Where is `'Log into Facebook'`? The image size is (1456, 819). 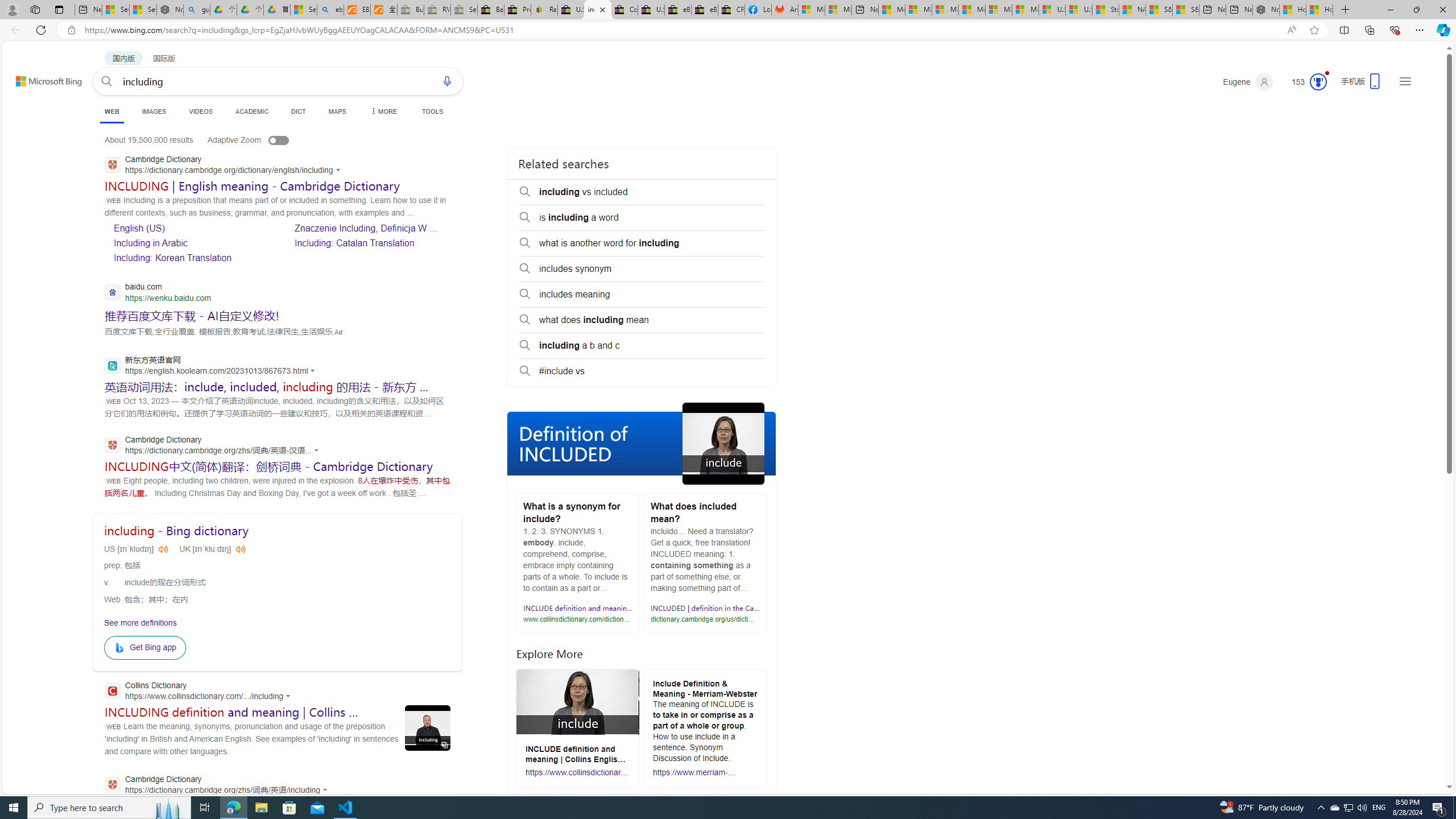
'Log into Facebook' is located at coordinates (758, 9).